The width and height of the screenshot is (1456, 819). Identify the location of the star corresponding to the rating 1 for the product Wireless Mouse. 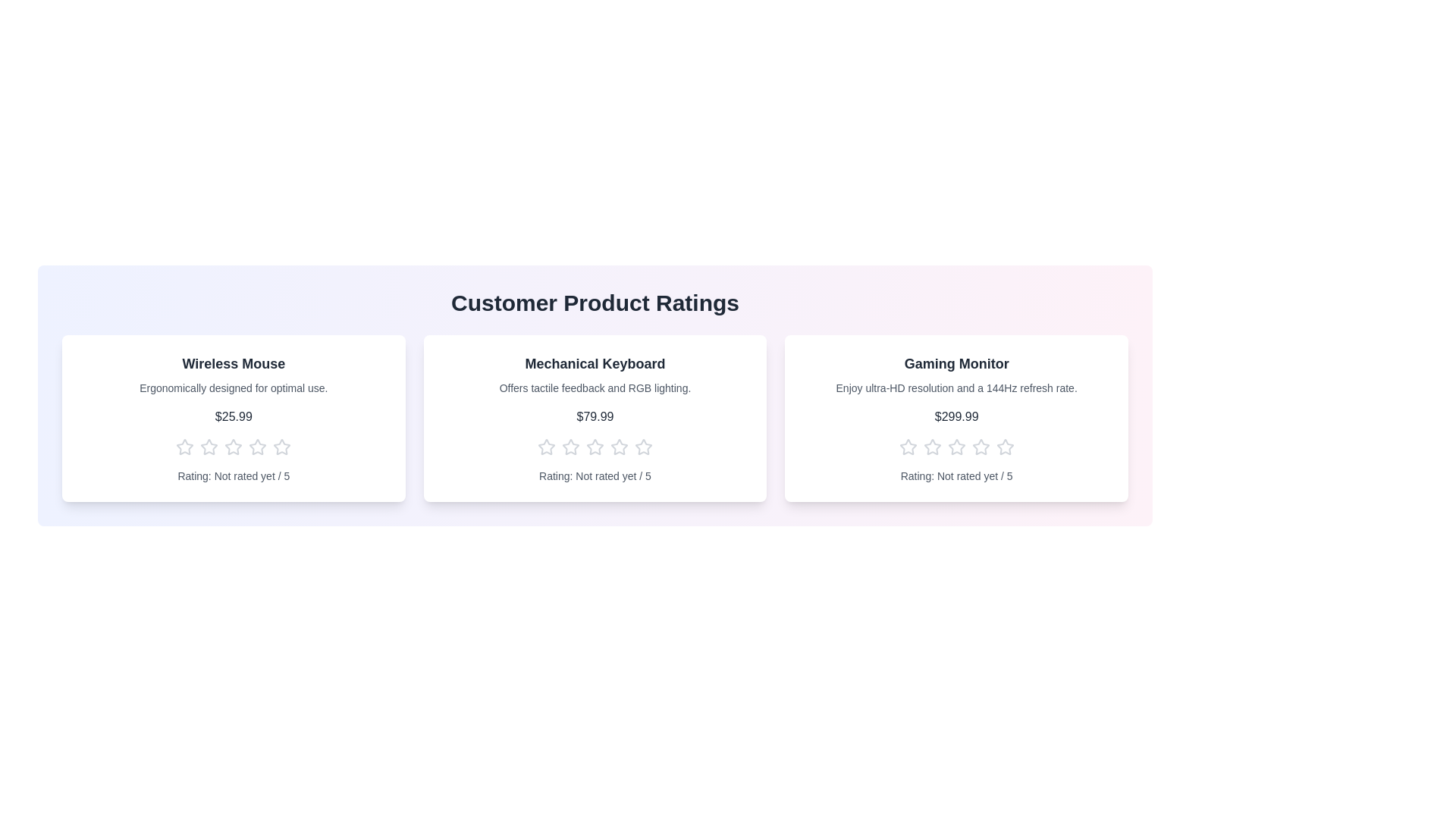
(184, 447).